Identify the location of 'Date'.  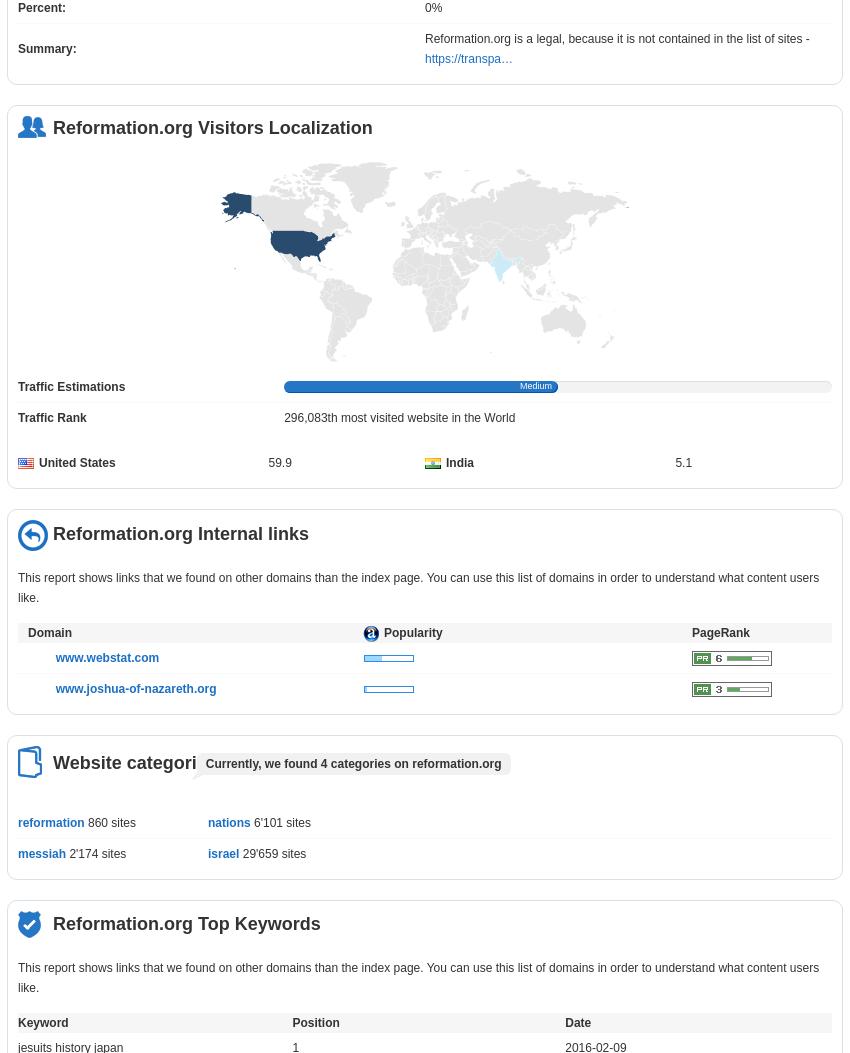
(578, 1021).